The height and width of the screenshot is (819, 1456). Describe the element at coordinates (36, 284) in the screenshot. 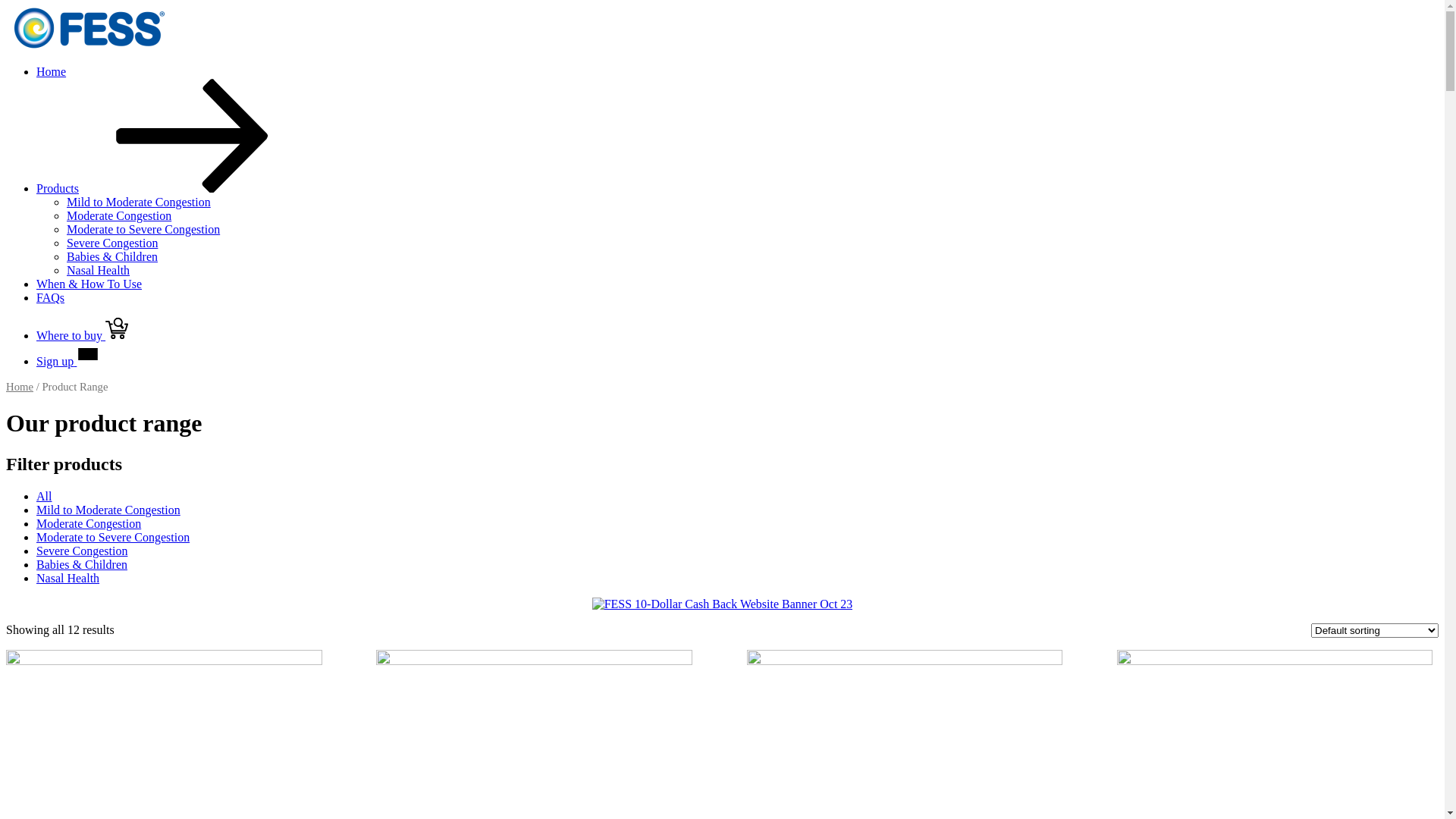

I see `'When & How To Use'` at that location.